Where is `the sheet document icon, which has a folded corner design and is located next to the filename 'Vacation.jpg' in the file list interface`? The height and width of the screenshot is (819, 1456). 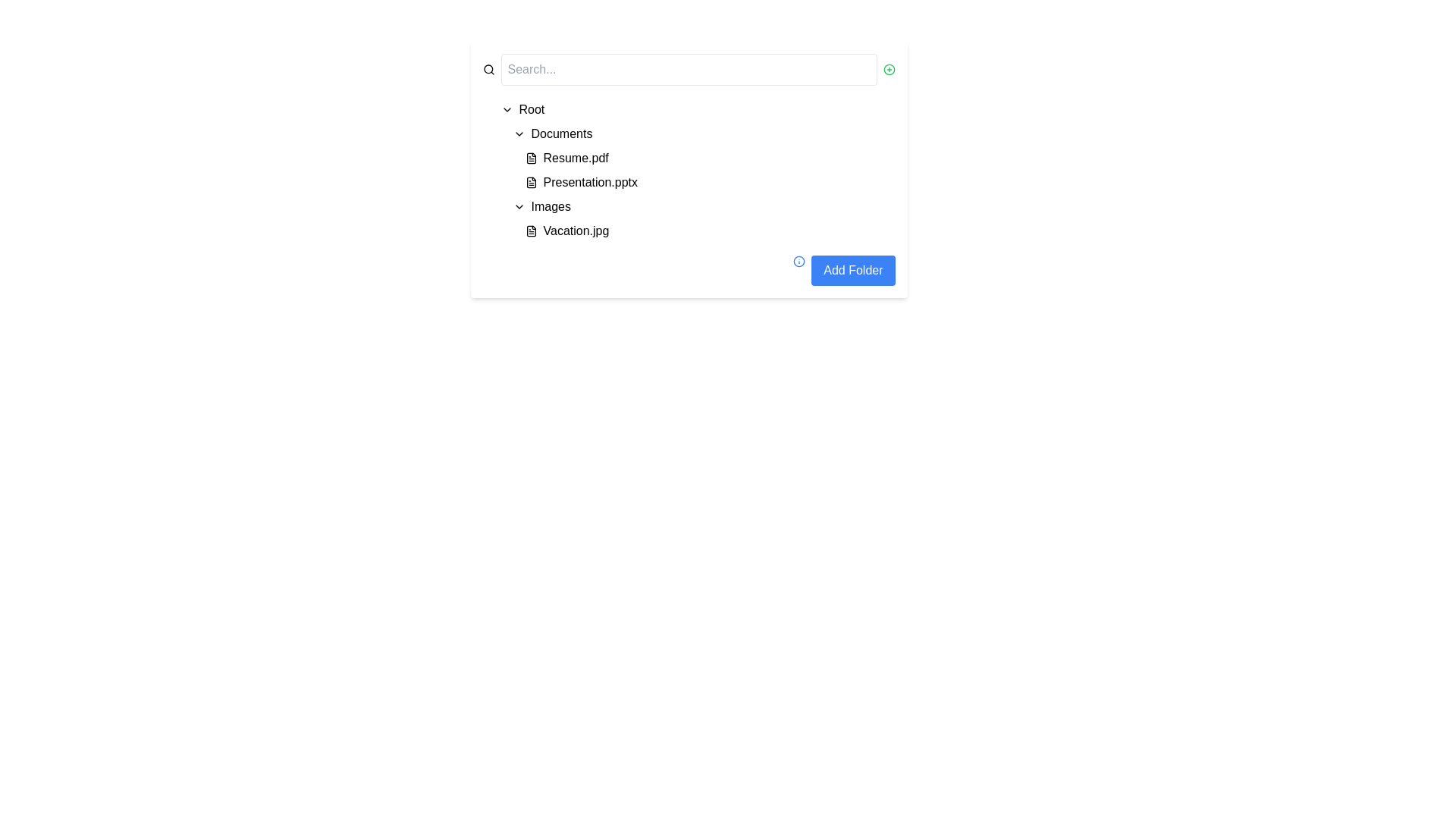
the sheet document icon, which has a folded corner design and is located next to the filename 'Vacation.jpg' in the file list interface is located at coordinates (531, 231).